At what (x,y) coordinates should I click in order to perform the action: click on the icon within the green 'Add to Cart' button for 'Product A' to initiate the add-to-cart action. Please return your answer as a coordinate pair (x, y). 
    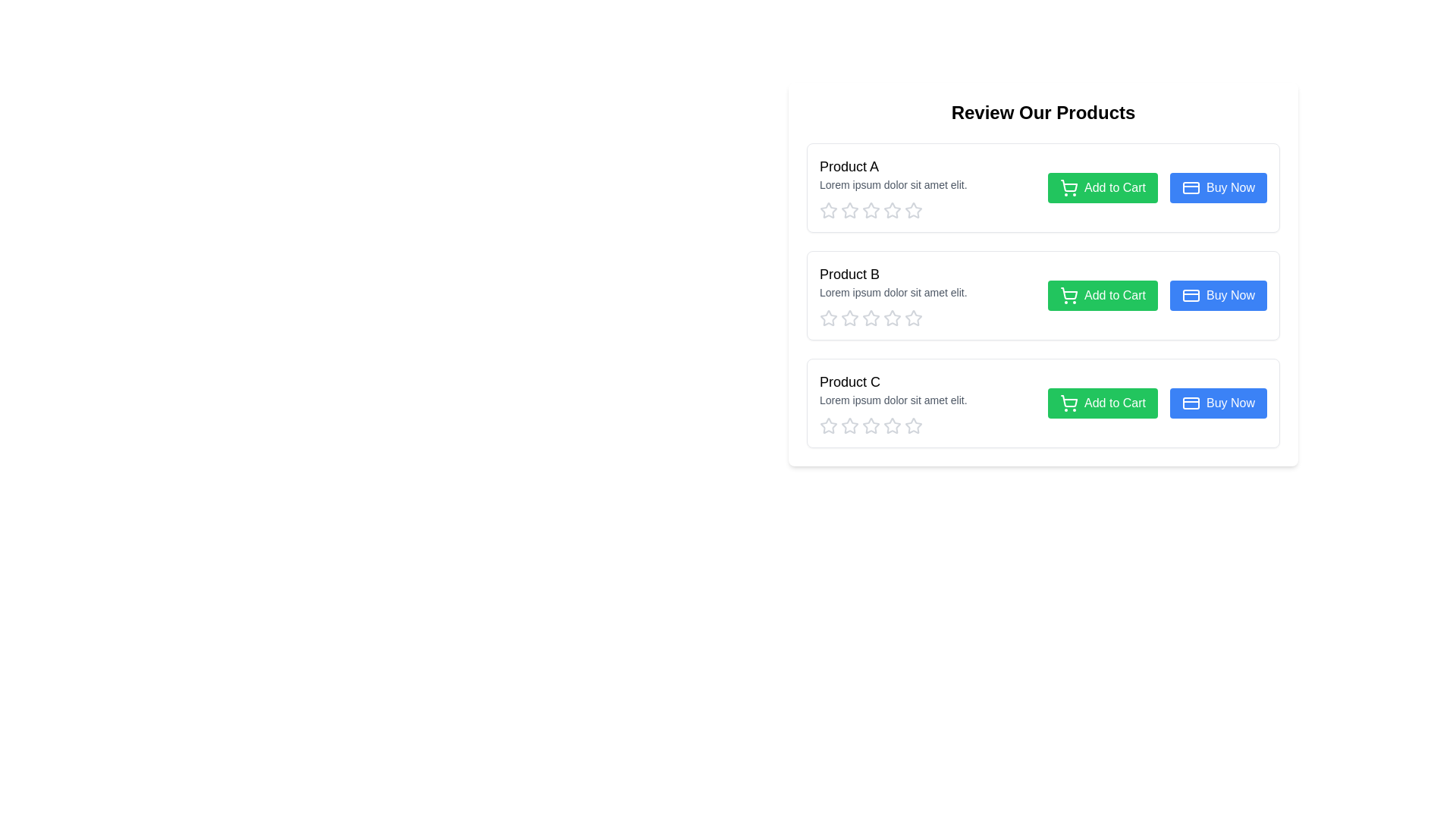
    Looking at the image, I should click on (1068, 187).